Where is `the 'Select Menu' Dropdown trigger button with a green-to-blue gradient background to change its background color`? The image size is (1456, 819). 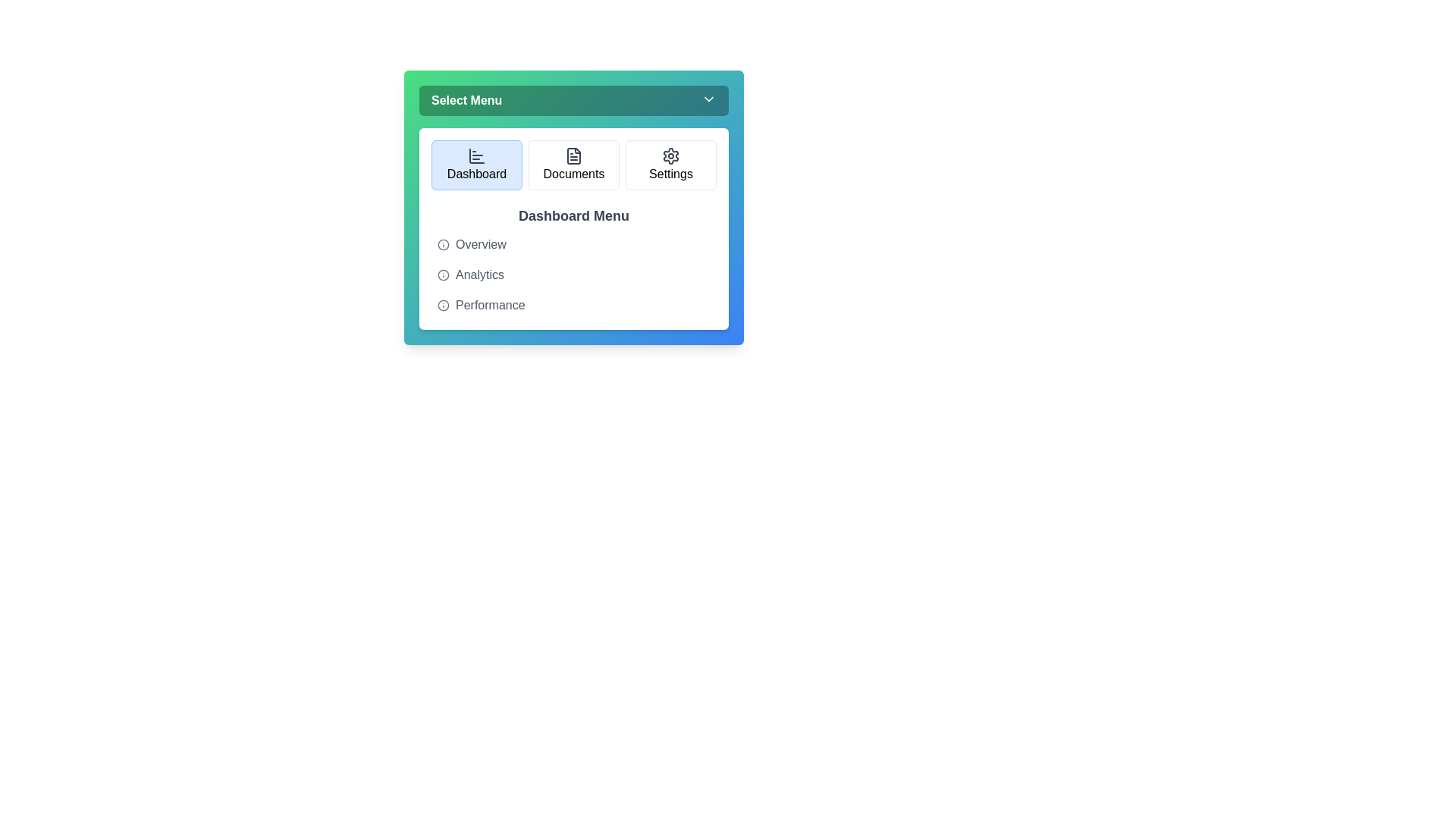 the 'Select Menu' Dropdown trigger button with a green-to-blue gradient background to change its background color is located at coordinates (573, 100).